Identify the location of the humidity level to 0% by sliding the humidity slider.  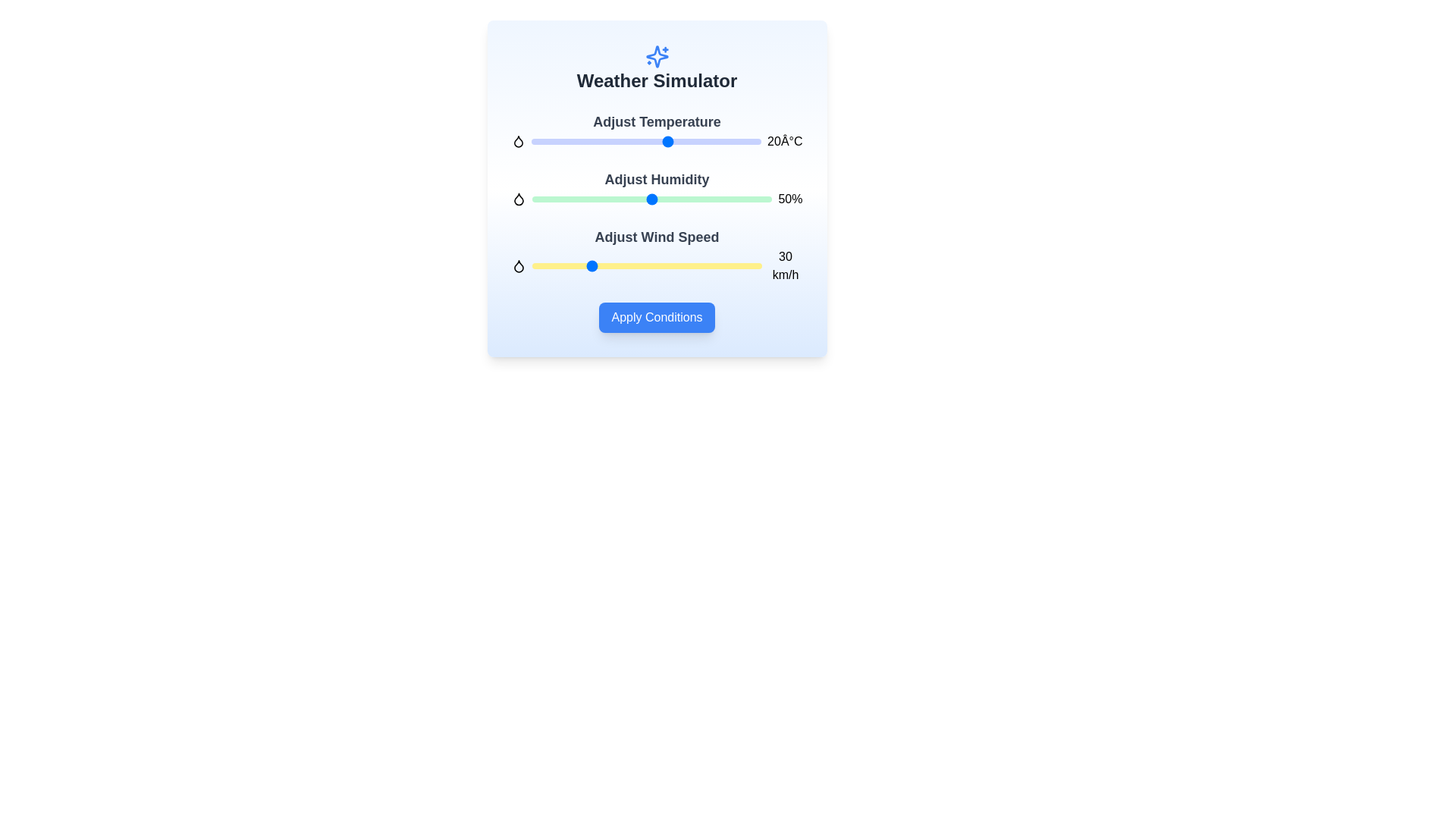
(532, 198).